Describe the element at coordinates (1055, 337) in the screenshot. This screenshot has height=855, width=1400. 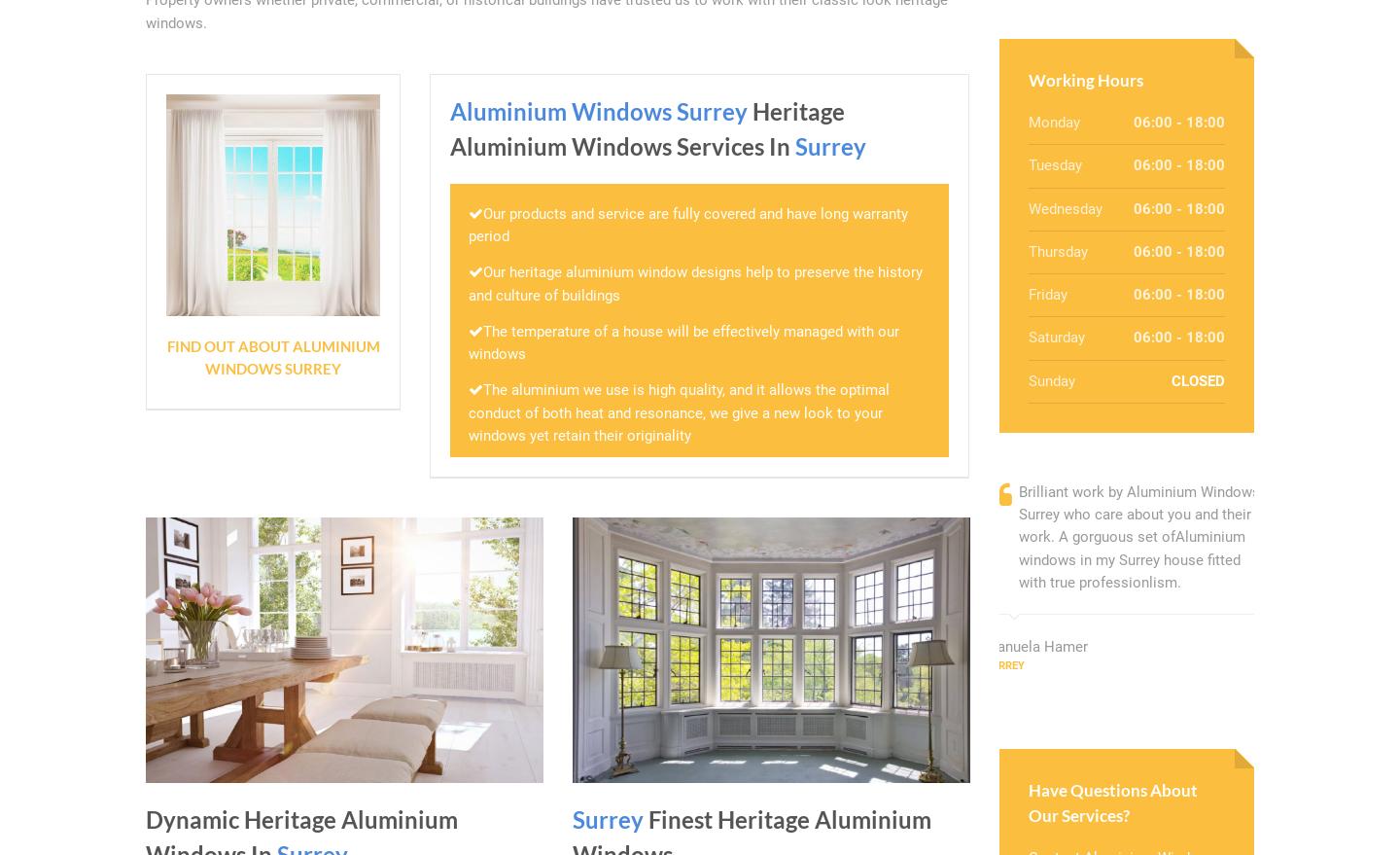
I see `'Saturday'` at that location.